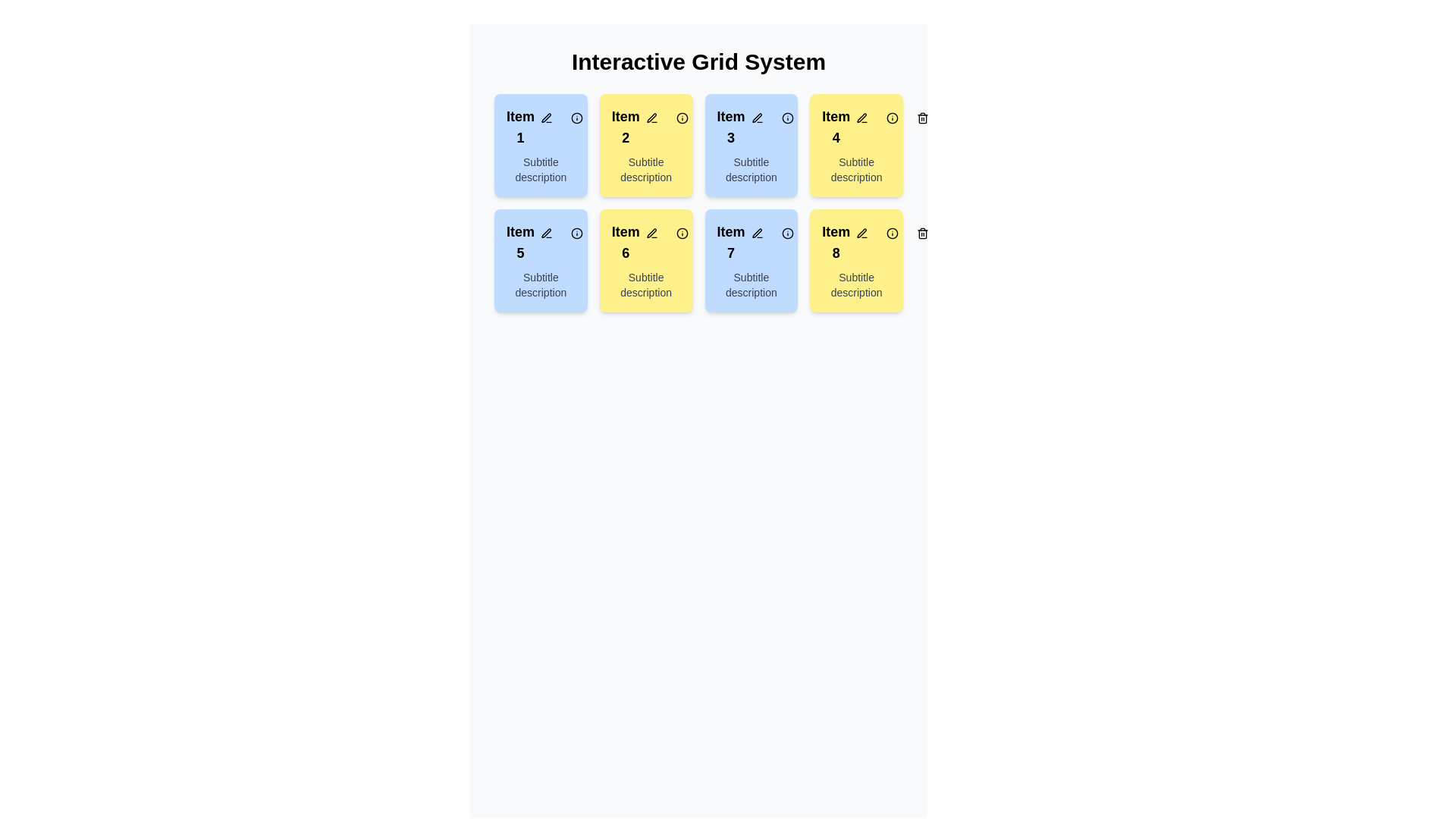  Describe the element at coordinates (626, 242) in the screenshot. I see `the text label that identifies or describes the content of the card for 'Item 6', located in the yellow card in the second row and second column of a 4x2 grid layout` at that location.